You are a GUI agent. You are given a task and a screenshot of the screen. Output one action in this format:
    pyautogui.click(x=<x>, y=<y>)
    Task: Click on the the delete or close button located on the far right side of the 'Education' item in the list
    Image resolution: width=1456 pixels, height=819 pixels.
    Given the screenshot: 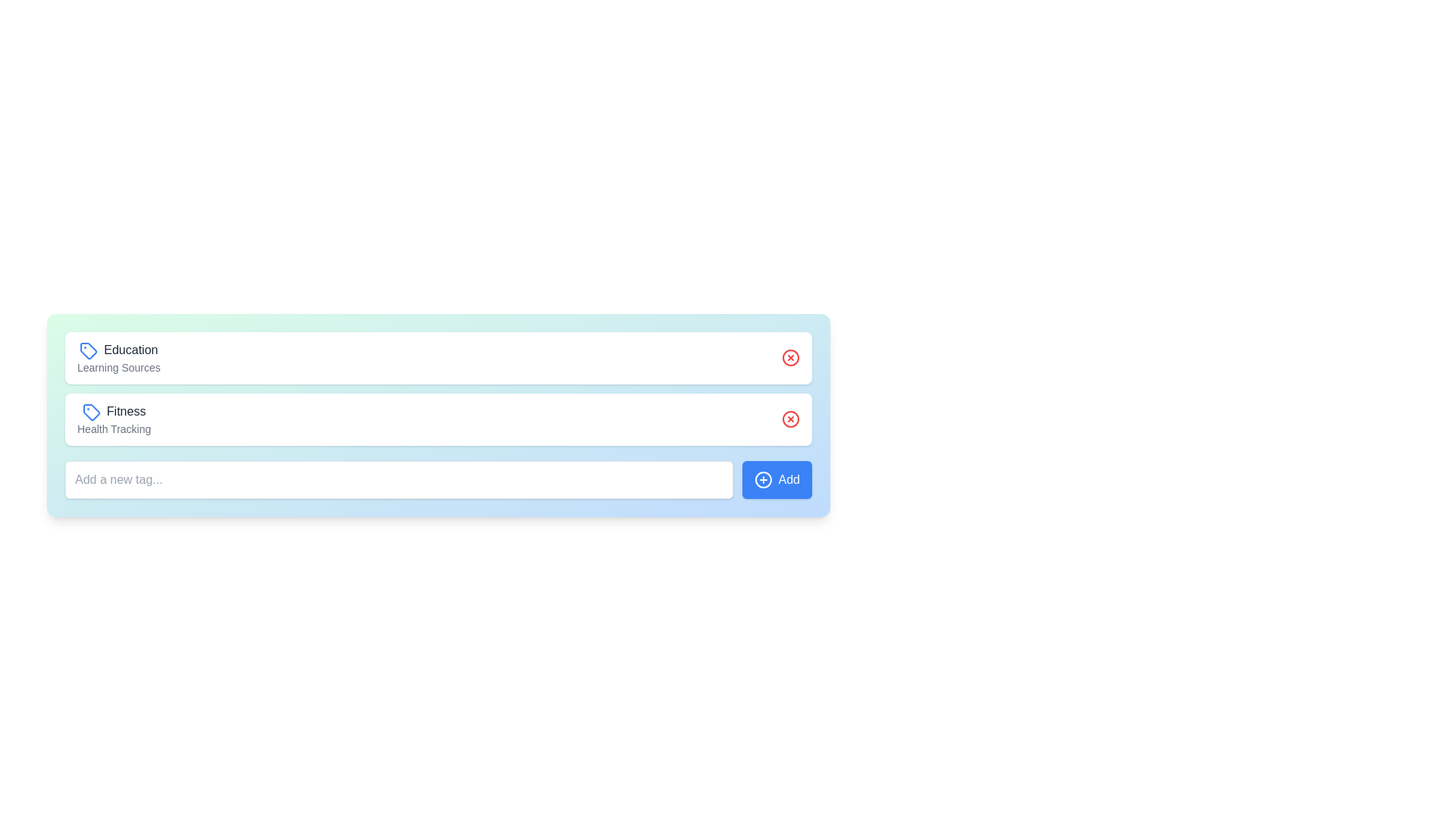 What is the action you would take?
    pyautogui.click(x=789, y=357)
    